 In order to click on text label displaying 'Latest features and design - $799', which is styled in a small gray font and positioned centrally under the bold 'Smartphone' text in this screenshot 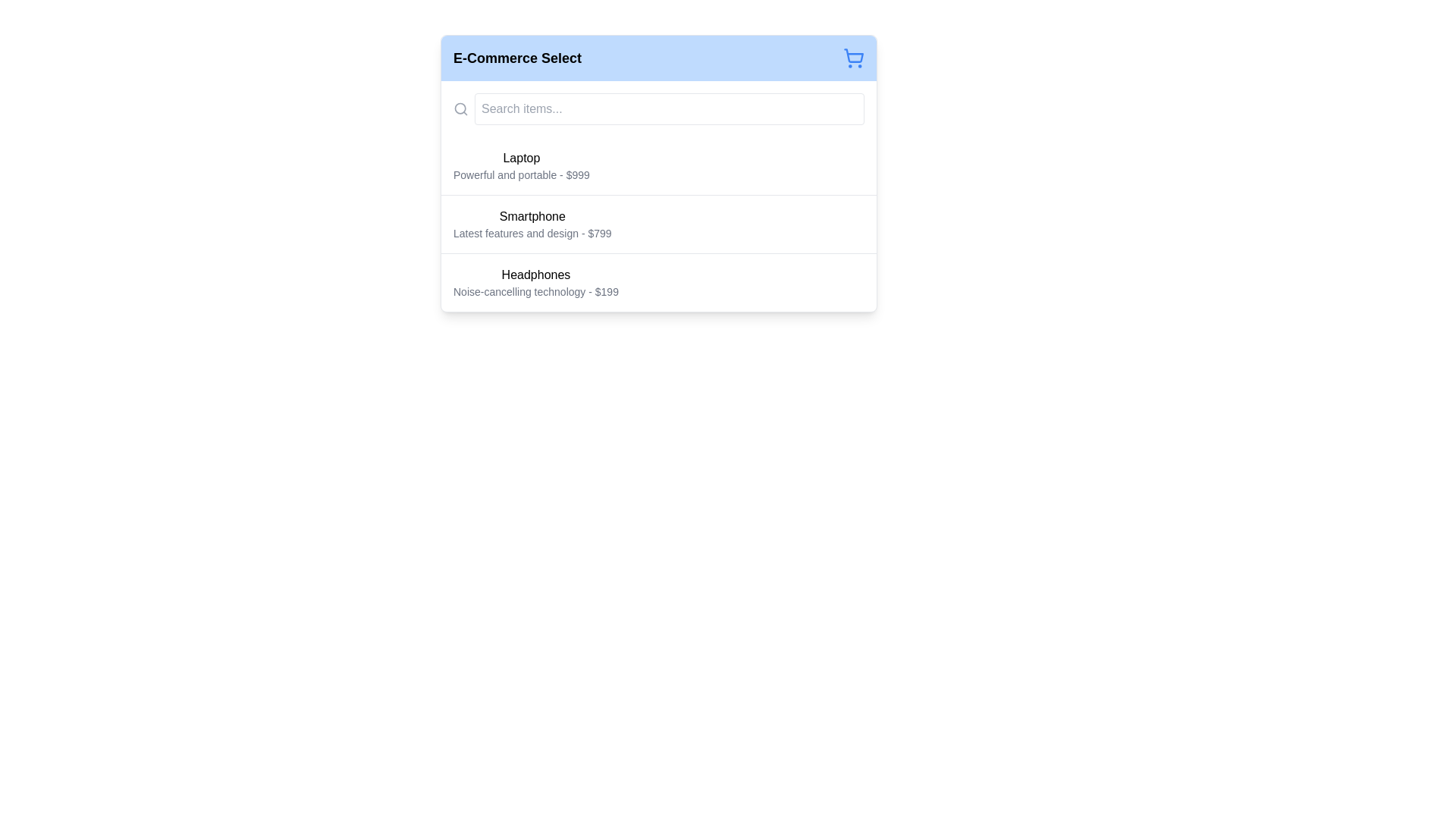, I will do `click(532, 234)`.